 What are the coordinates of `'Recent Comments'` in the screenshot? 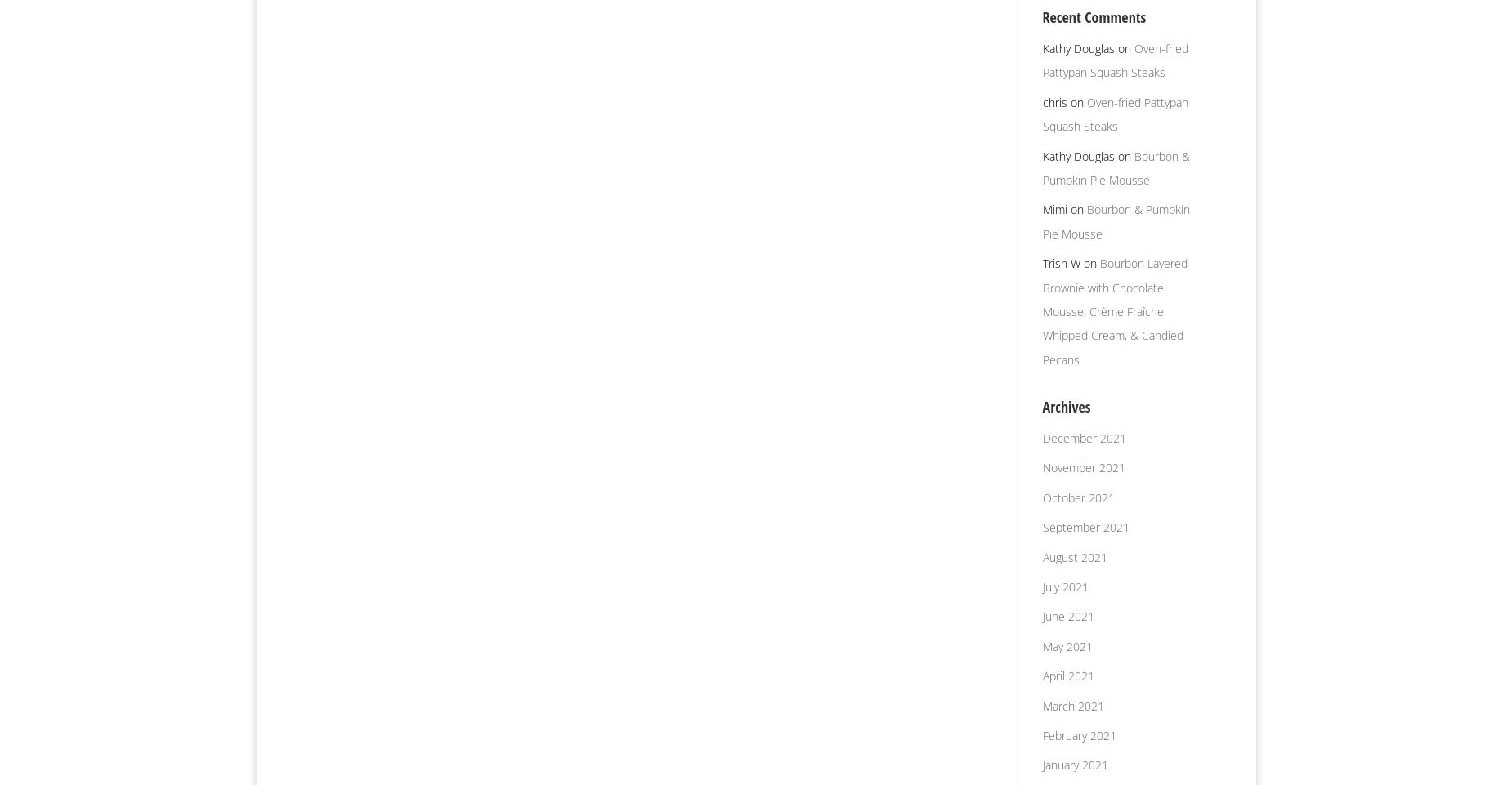 It's located at (1041, 16).